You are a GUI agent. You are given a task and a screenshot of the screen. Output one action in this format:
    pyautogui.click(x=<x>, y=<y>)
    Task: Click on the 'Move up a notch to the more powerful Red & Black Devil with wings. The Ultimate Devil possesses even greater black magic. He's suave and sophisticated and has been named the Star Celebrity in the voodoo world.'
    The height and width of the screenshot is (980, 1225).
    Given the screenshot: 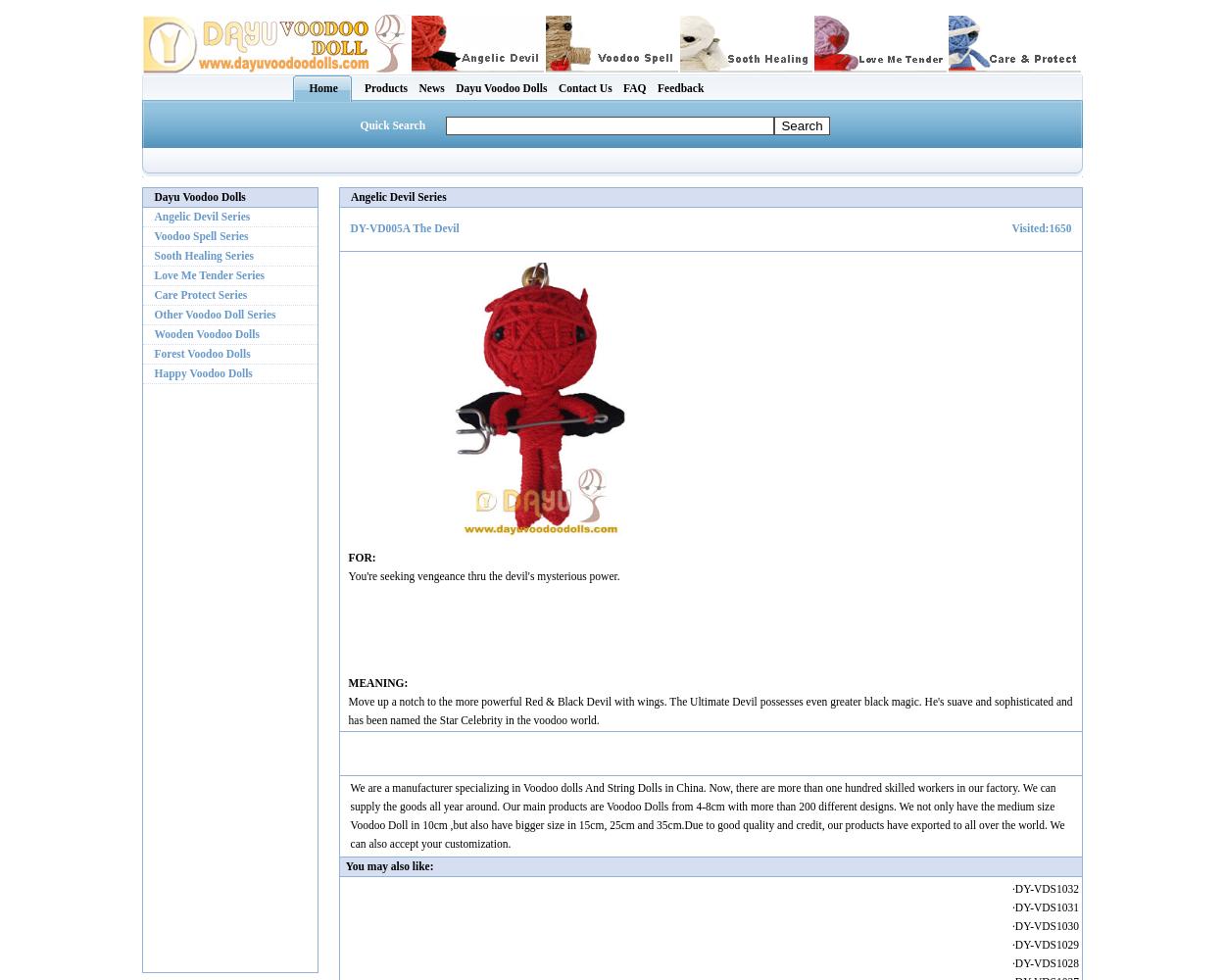 What is the action you would take?
    pyautogui.click(x=346, y=709)
    